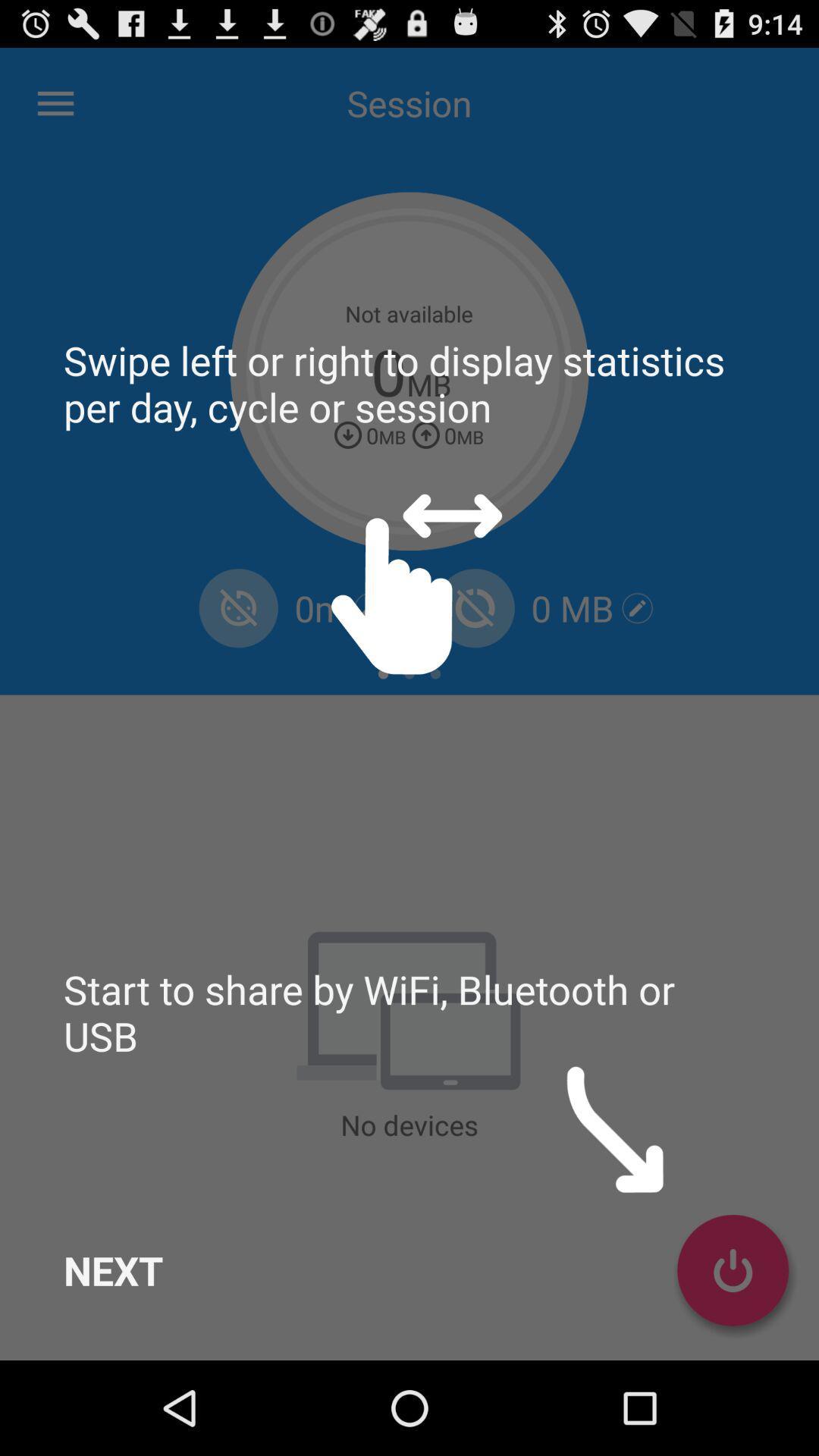 The image size is (819, 1456). Describe the element at coordinates (112, 1270) in the screenshot. I see `the icon below the start to share` at that location.